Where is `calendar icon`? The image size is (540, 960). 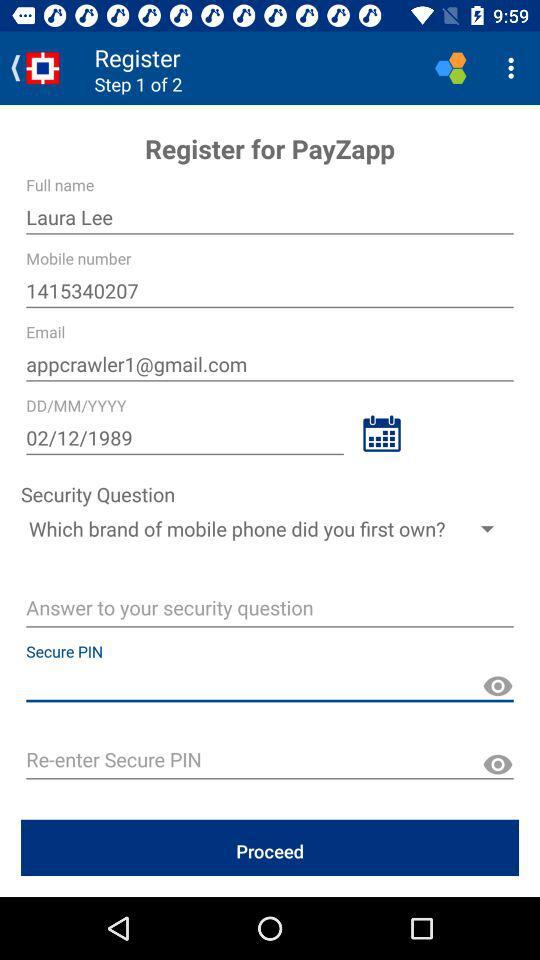
calendar icon is located at coordinates (381, 433).